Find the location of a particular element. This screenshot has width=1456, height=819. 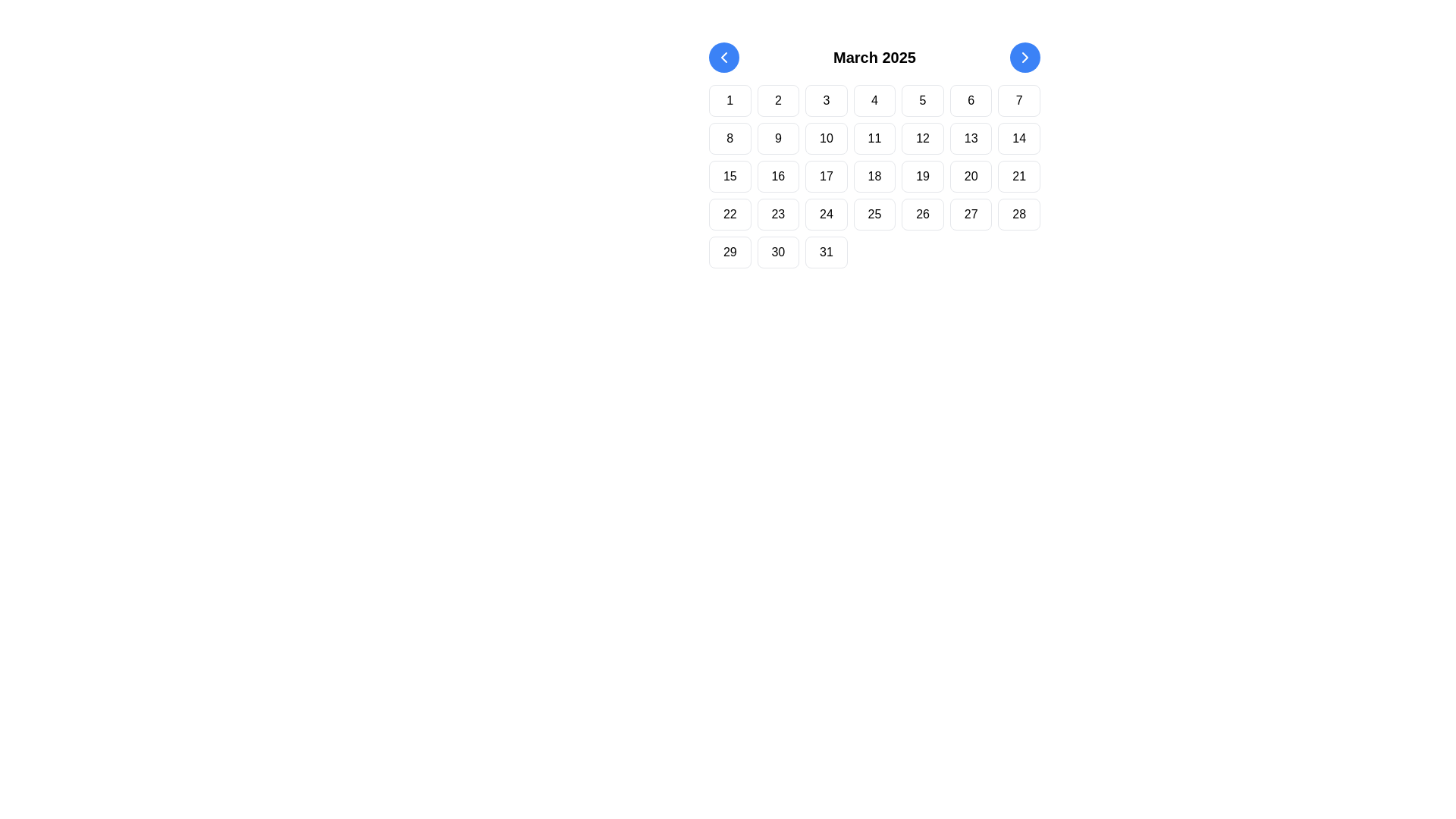

the chevron icon located at the far right of the header bar is located at coordinates (1025, 57).